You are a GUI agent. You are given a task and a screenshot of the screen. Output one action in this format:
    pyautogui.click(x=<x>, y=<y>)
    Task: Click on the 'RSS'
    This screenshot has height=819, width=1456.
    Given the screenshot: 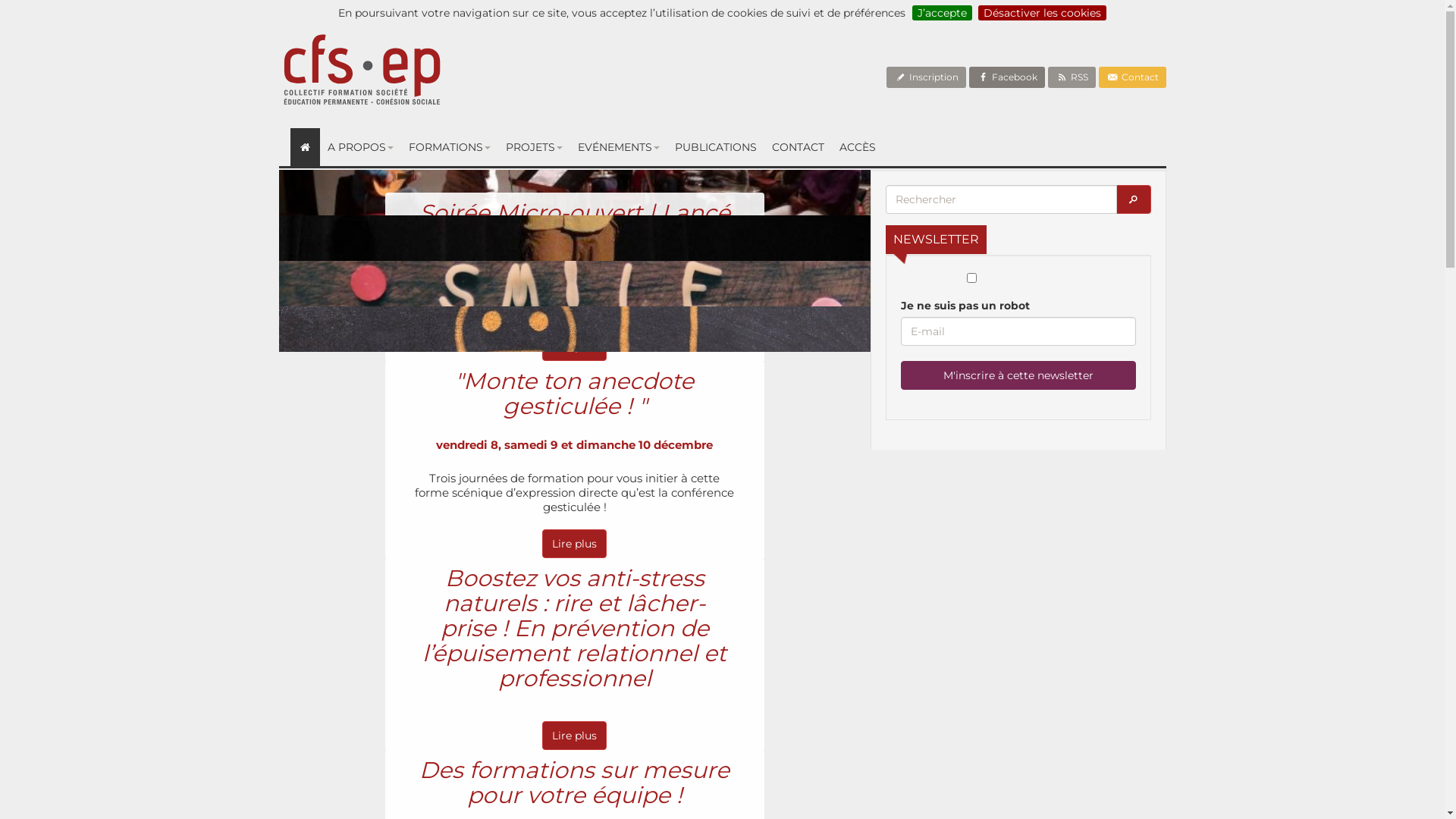 What is the action you would take?
    pyautogui.click(x=1071, y=77)
    